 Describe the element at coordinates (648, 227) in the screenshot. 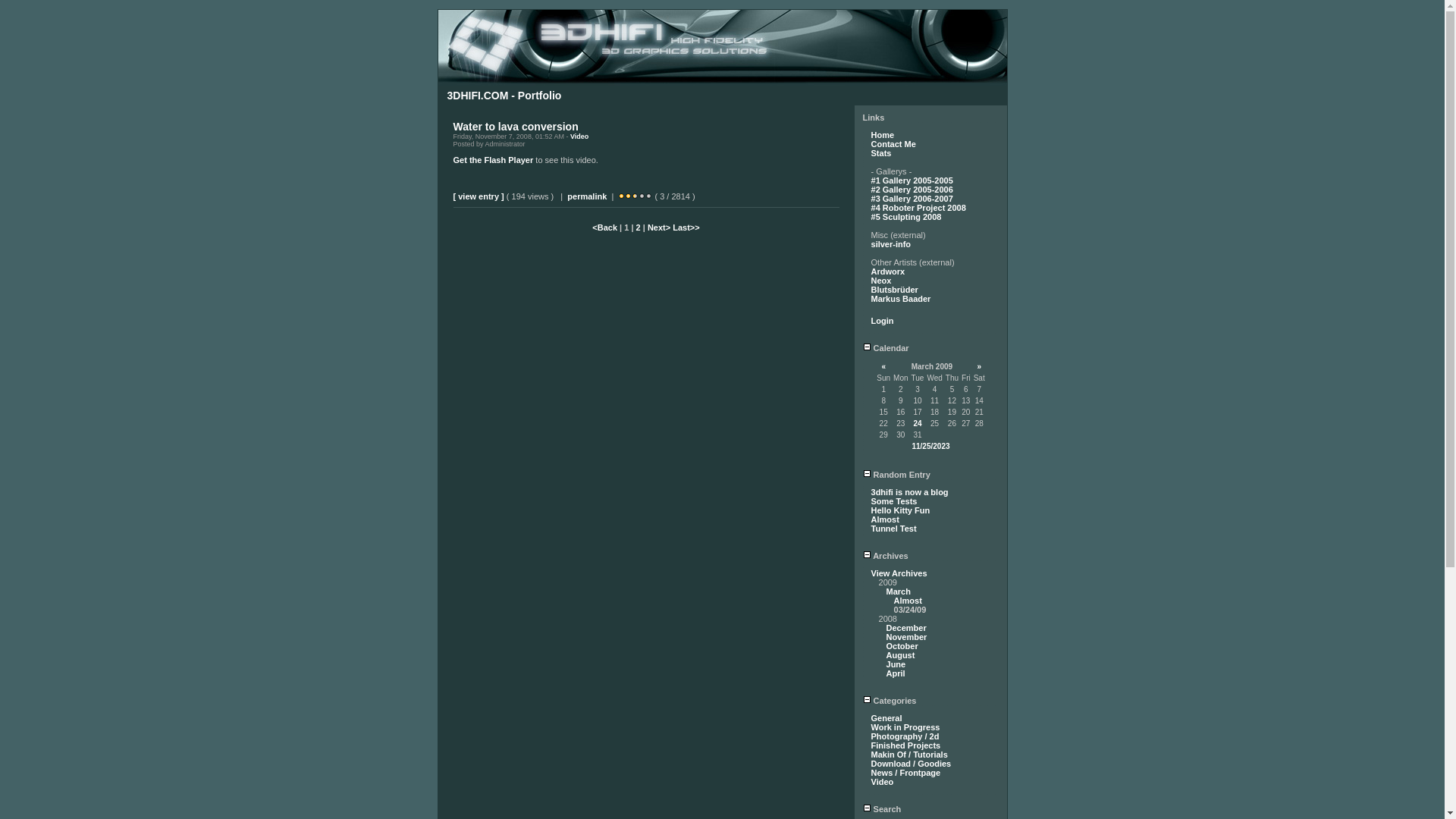

I see `'Next>'` at that location.